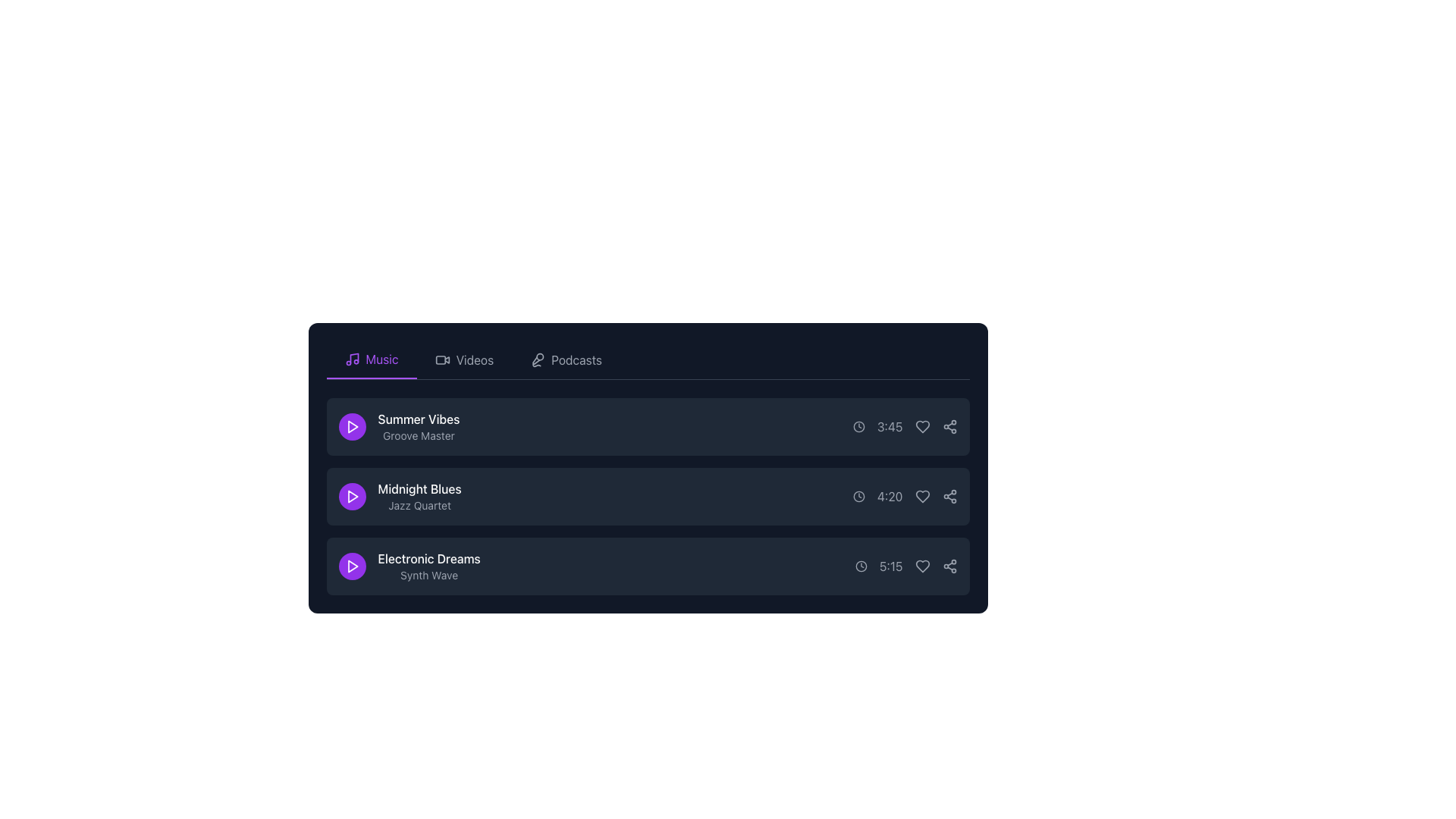 Image resolution: width=1456 pixels, height=819 pixels. What do you see at coordinates (419, 419) in the screenshot?
I see `the text of the textual label displaying 'Summer Vibes', which is a white-colored font positioned above the text 'Groove Master'` at bounding box center [419, 419].